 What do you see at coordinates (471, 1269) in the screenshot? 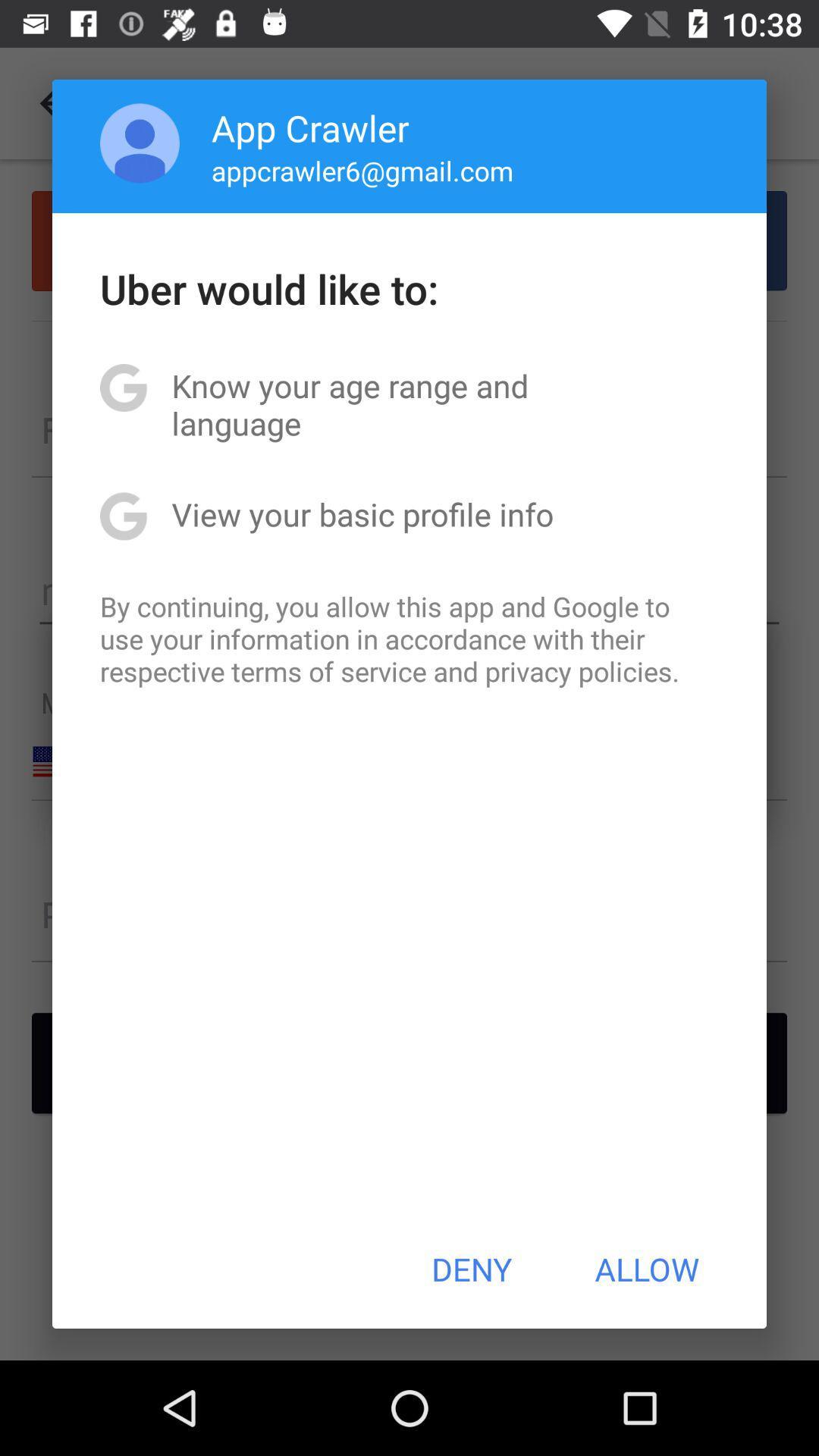
I see `deny at the bottom` at bounding box center [471, 1269].